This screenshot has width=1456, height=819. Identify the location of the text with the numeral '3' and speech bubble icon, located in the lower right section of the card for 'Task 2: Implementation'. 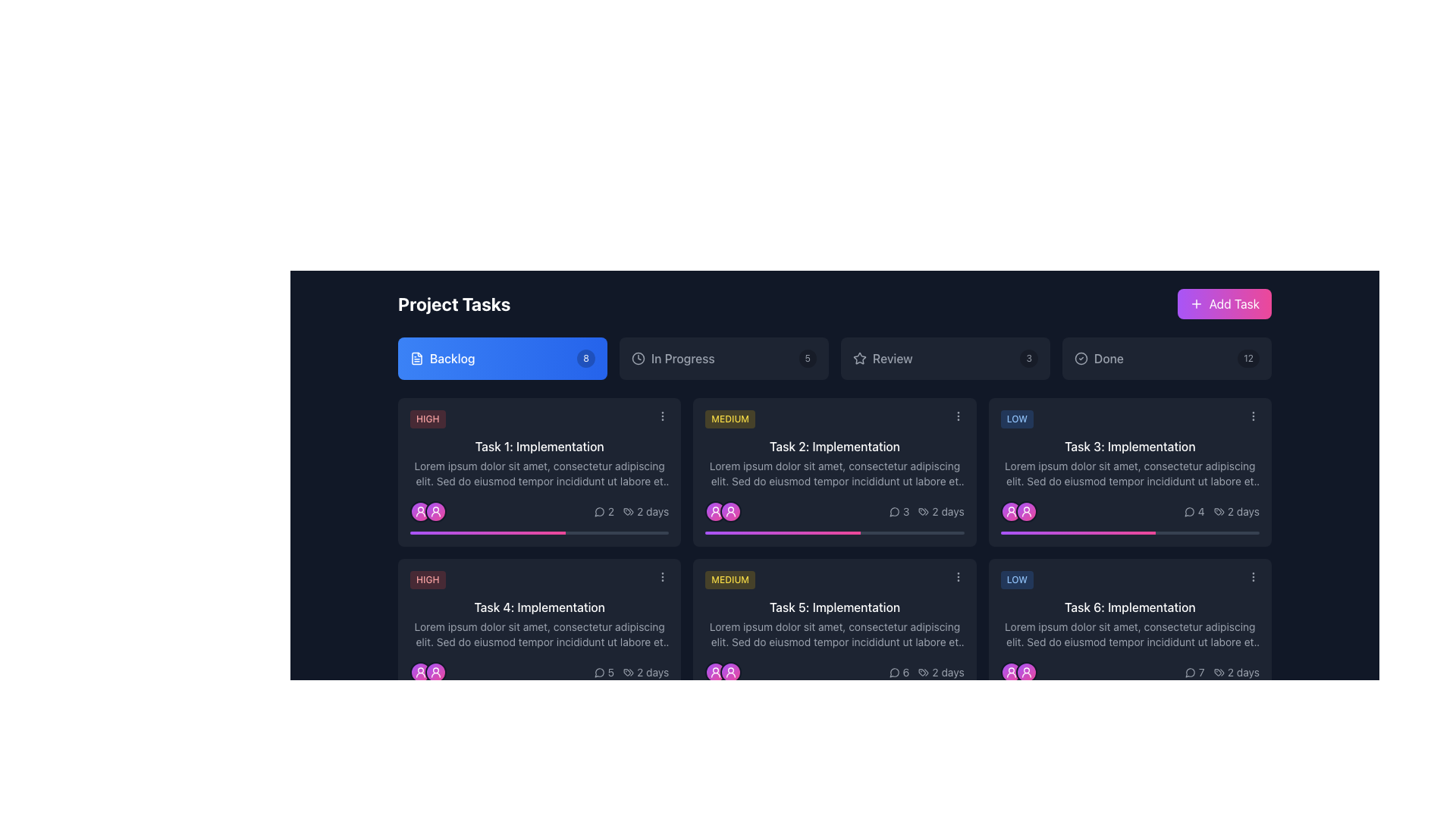
(899, 512).